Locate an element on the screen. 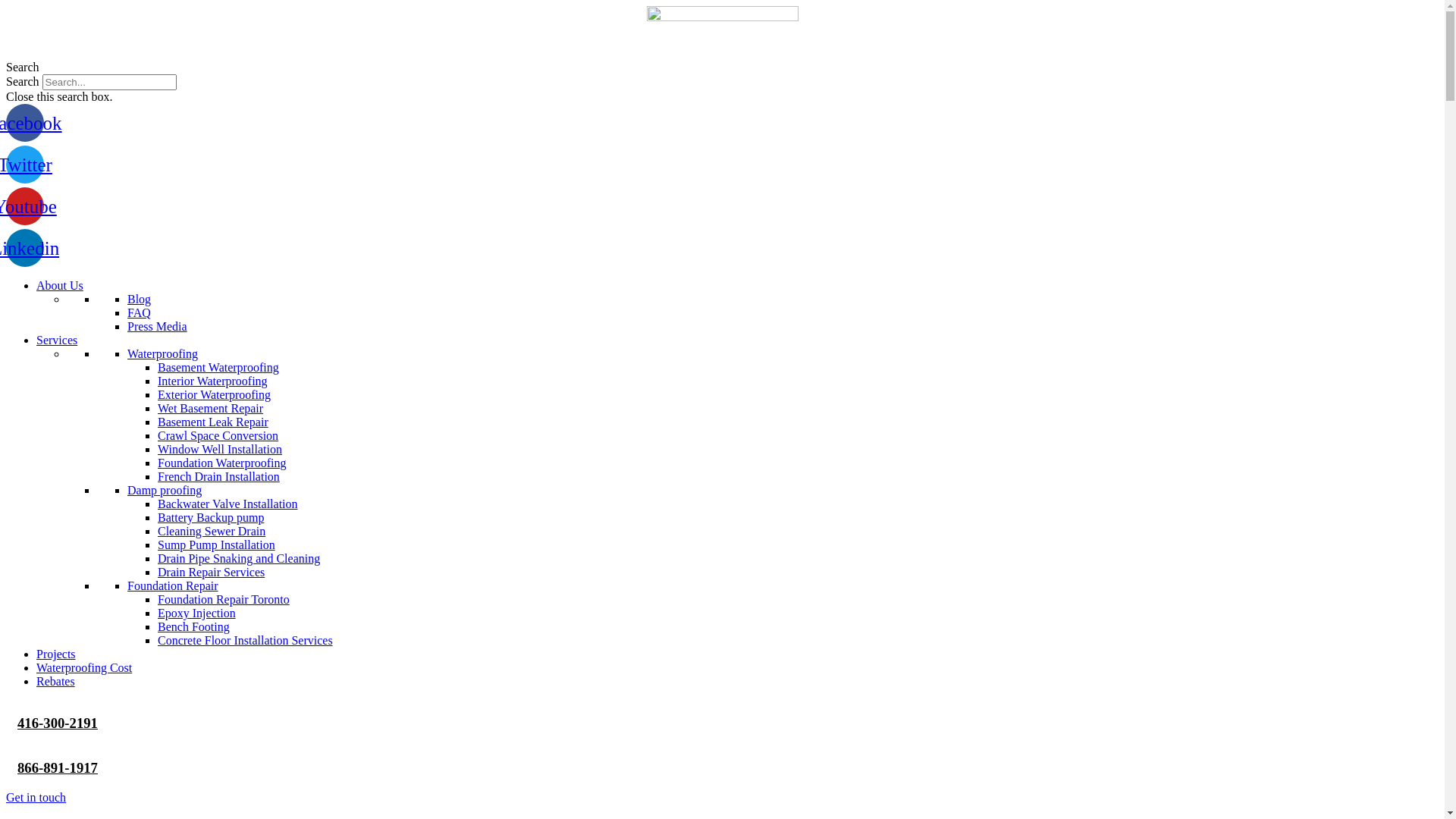 The height and width of the screenshot is (819, 1456). 'Linkedin' is located at coordinates (6, 247).